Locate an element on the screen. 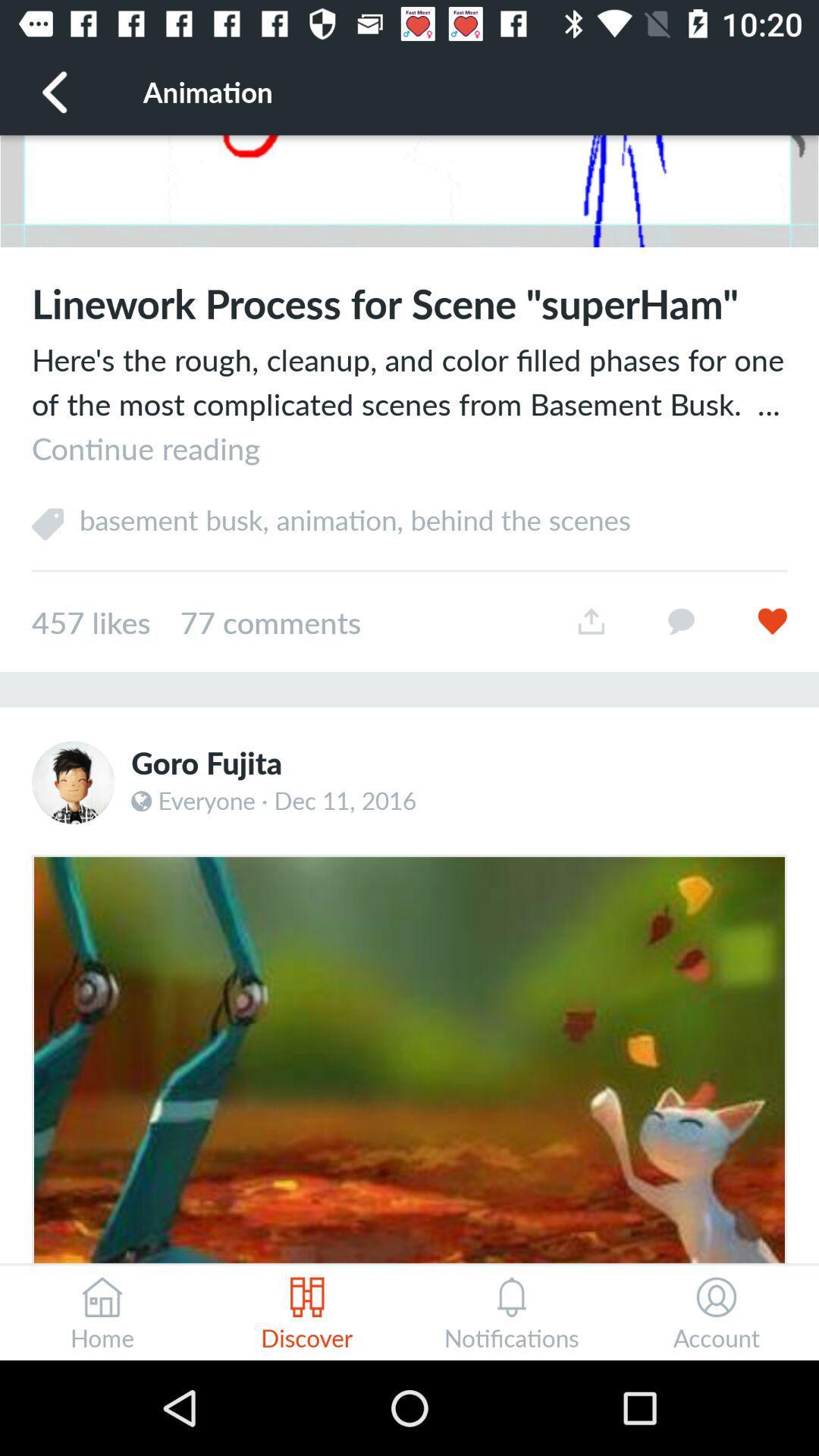  the icon next to the animation is located at coordinates (55, 90).